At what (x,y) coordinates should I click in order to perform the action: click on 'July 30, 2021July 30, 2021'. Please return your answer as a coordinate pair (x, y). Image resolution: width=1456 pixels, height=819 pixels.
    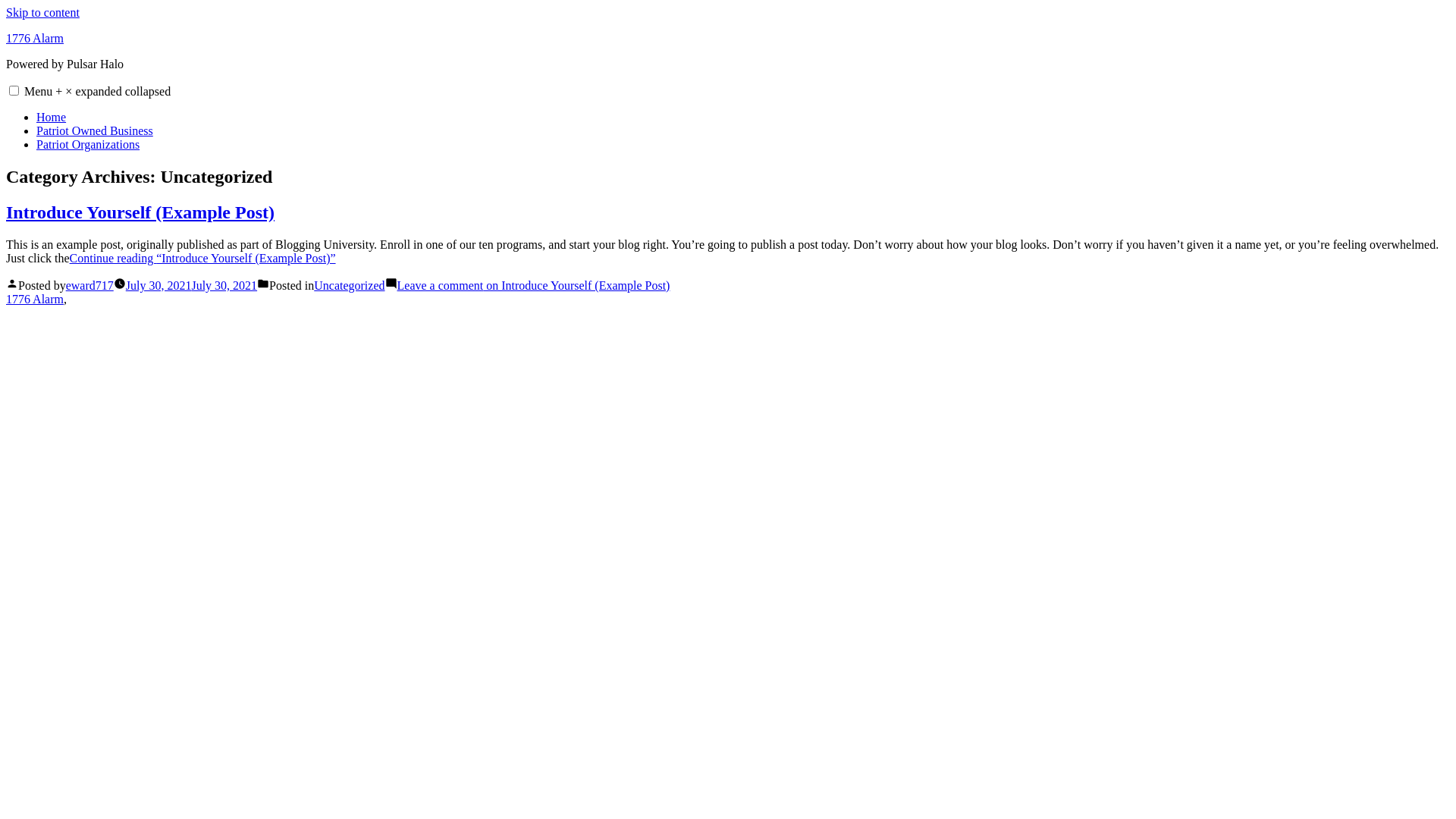
    Looking at the image, I should click on (190, 285).